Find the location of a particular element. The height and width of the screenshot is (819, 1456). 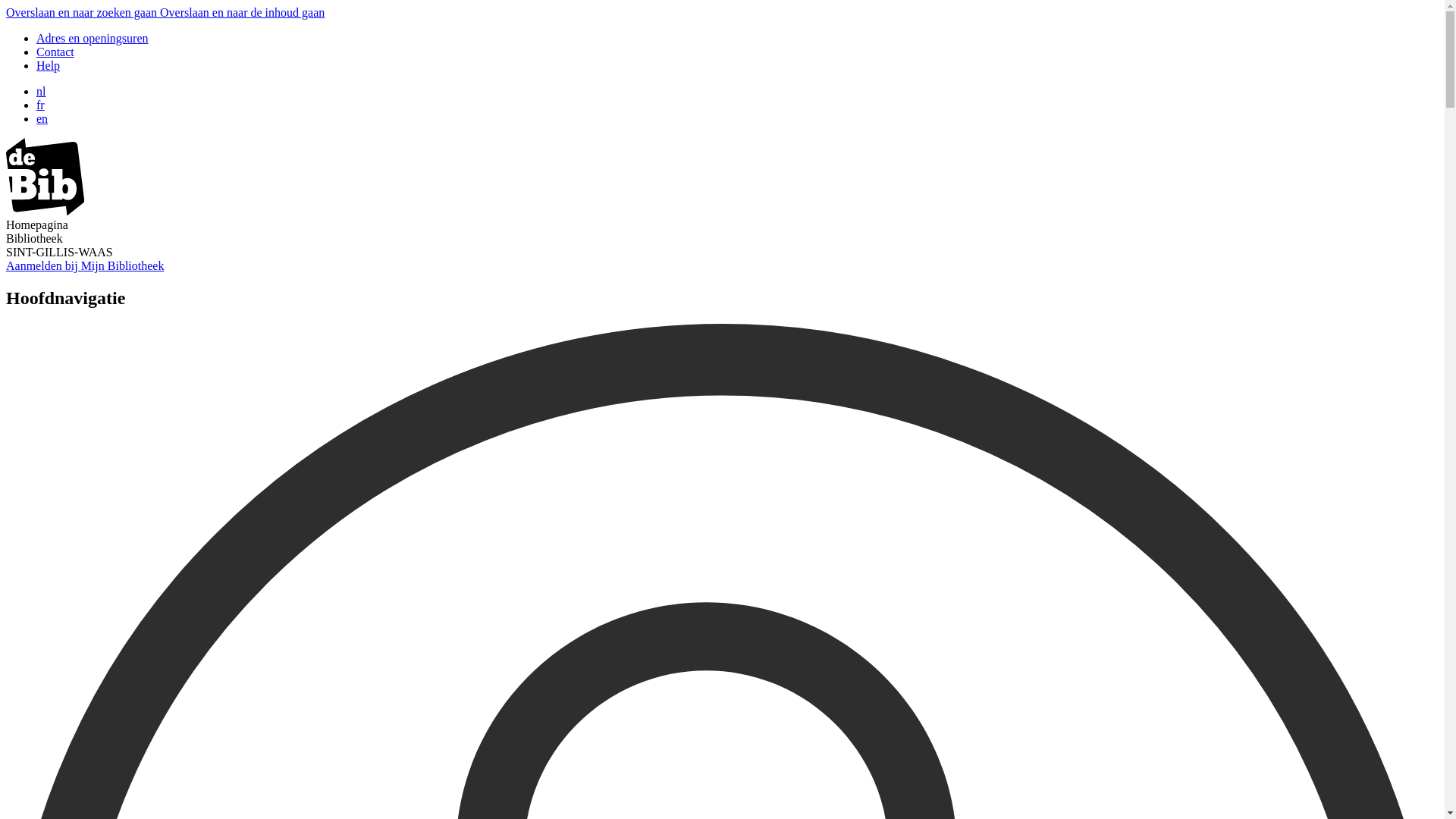

'Aanmelden bij Mijn Bibliotheek' is located at coordinates (83, 265).